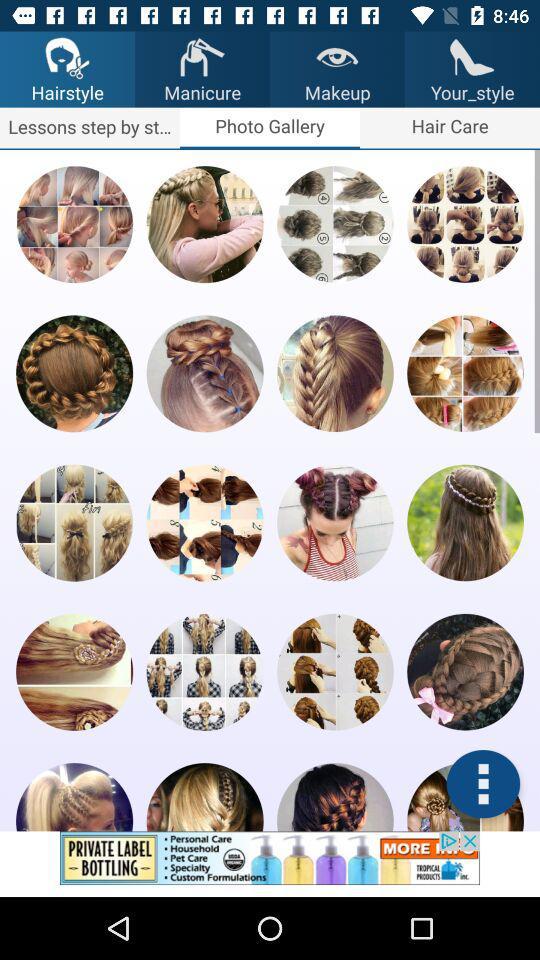 This screenshot has height=960, width=540. I want to click on hairstyles thumbnail, so click(465, 224).